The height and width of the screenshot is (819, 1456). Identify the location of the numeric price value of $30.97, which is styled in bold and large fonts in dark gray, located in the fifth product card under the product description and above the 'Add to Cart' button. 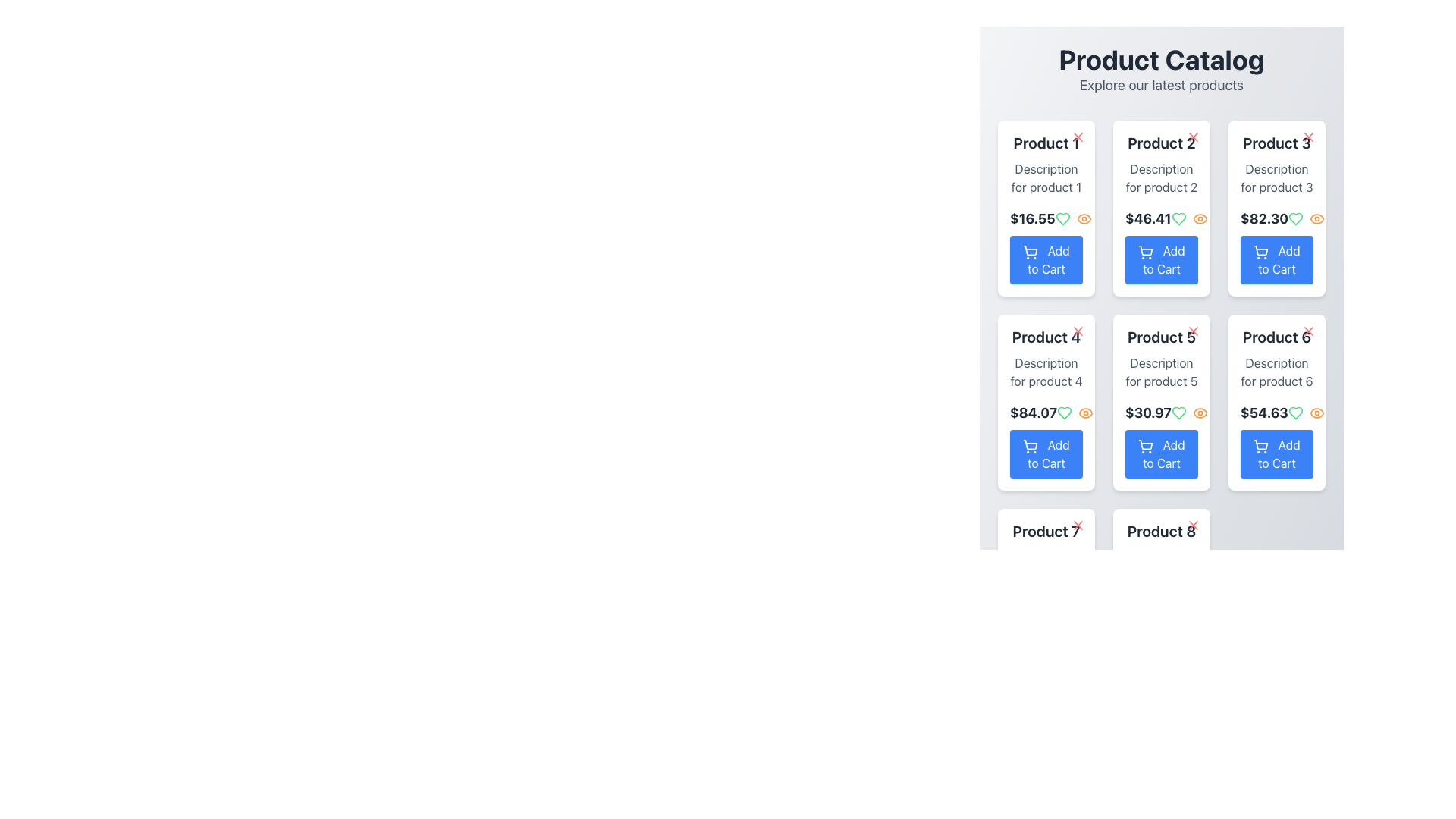
(1148, 413).